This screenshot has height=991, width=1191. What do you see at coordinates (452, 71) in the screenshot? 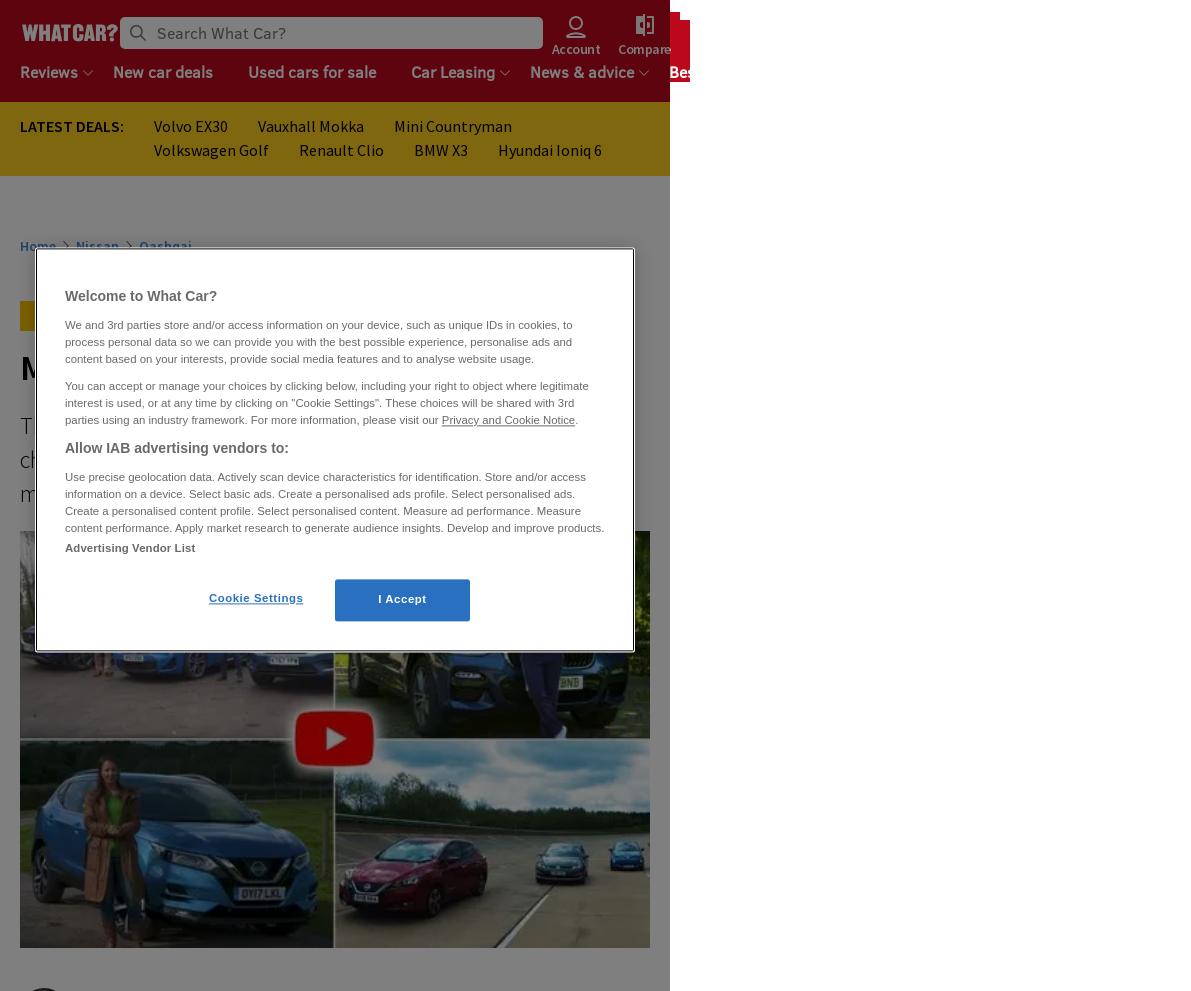
I see `'Car Leasing'` at bounding box center [452, 71].